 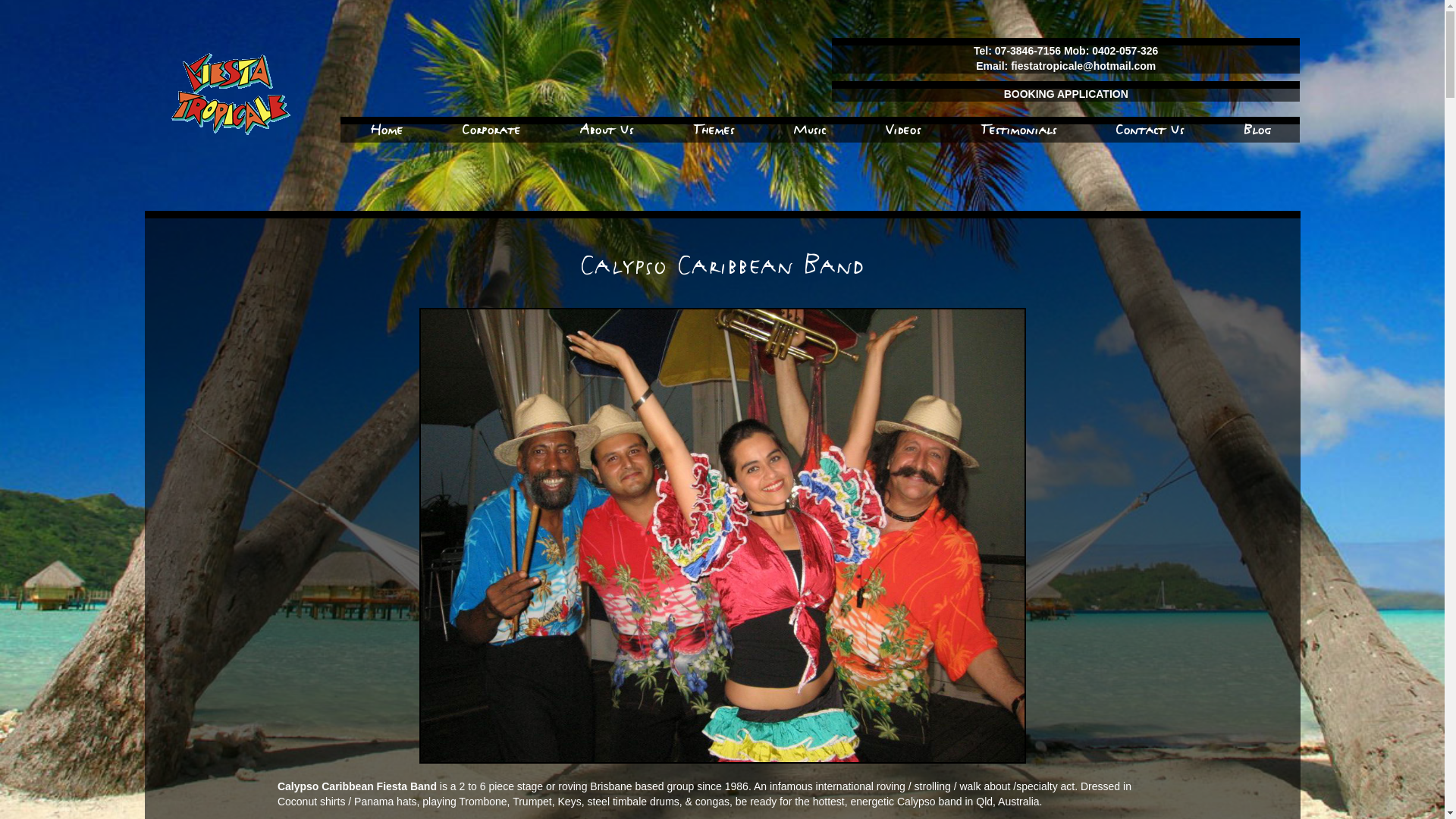 I want to click on 'About Us', so click(x=579, y=128).